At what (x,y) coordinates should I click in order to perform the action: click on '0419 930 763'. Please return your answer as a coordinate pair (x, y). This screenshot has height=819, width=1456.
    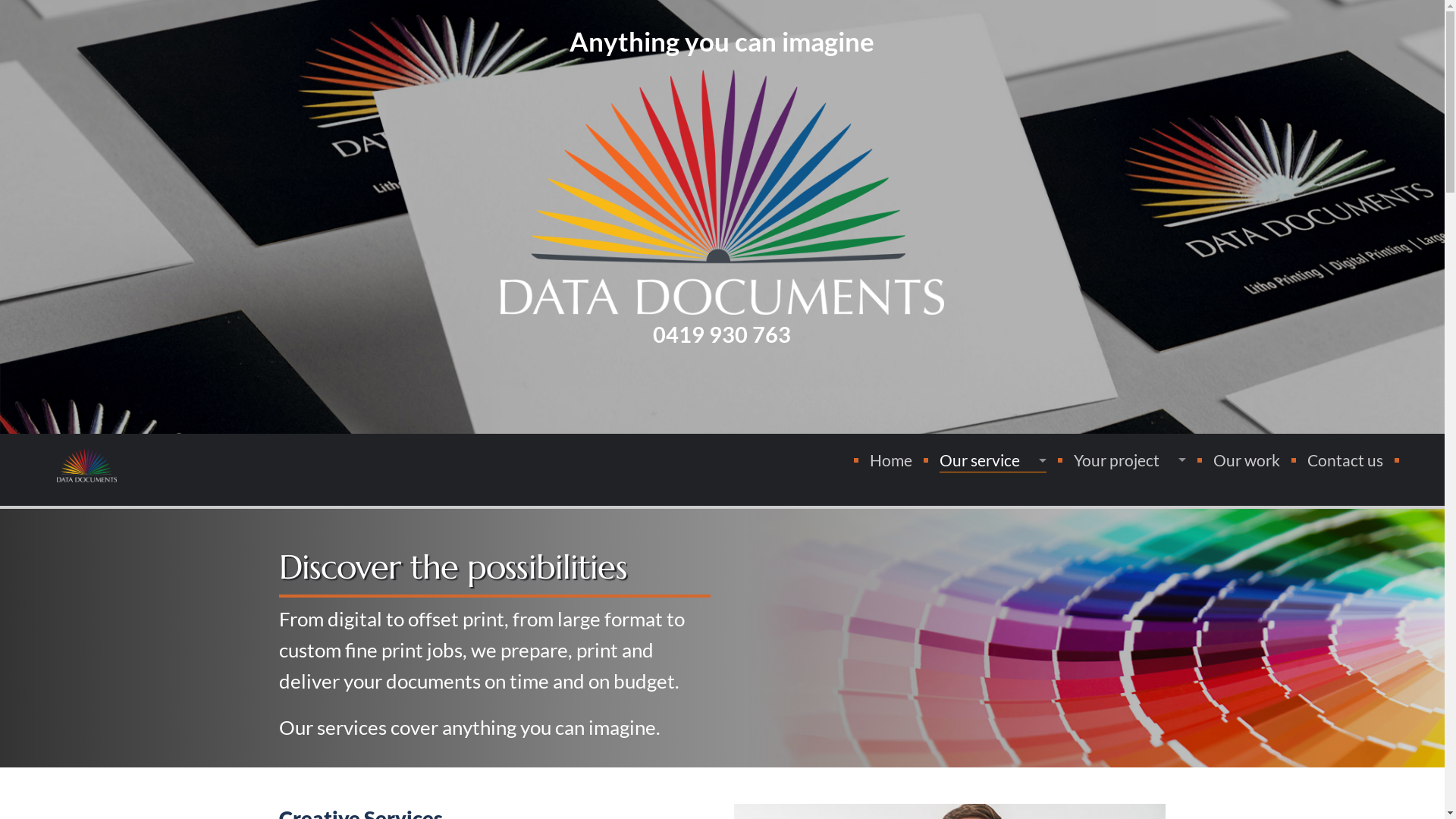
    Looking at the image, I should click on (652, 334).